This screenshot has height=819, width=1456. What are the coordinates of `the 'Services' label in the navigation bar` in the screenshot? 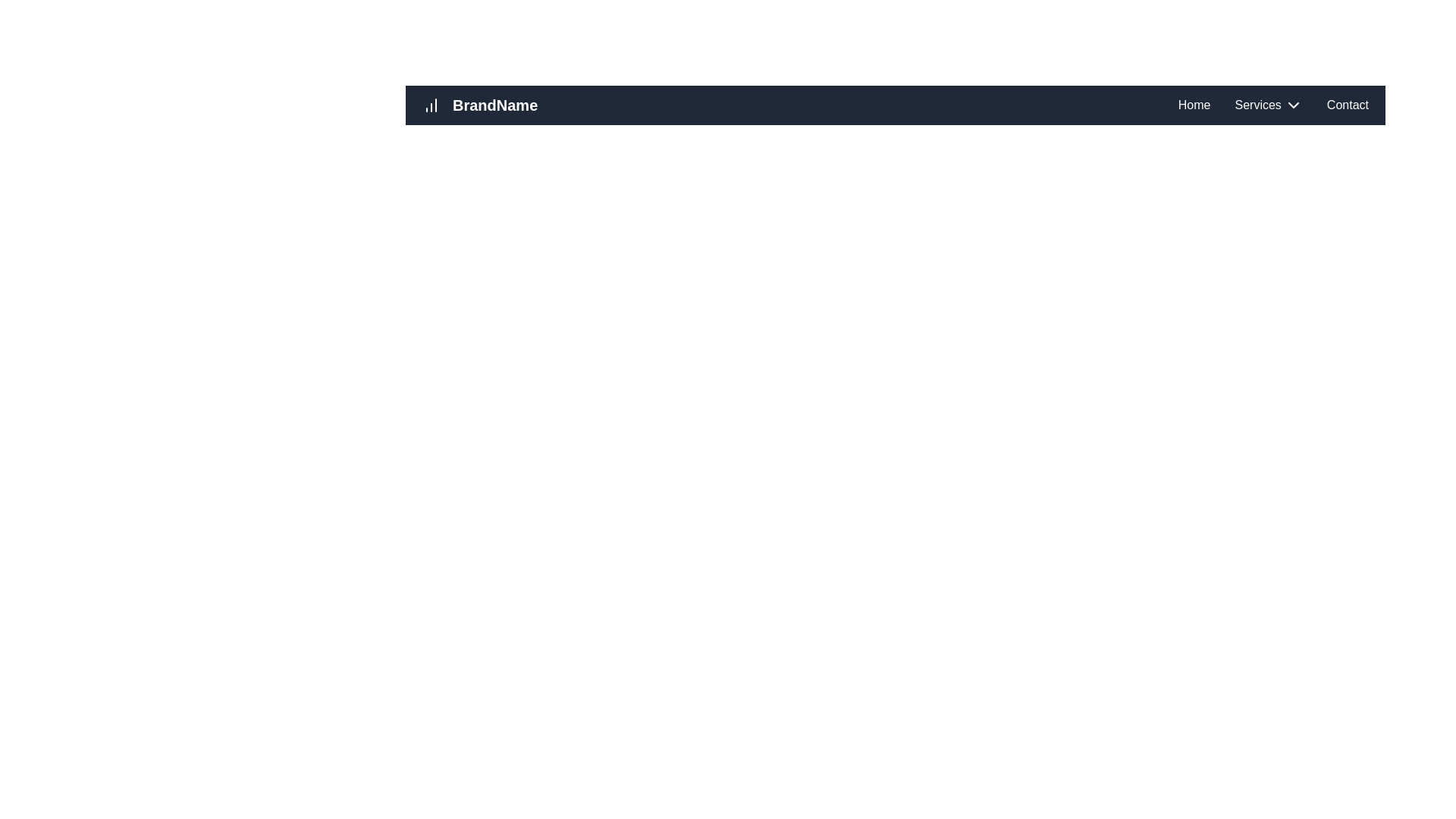 It's located at (1273, 104).